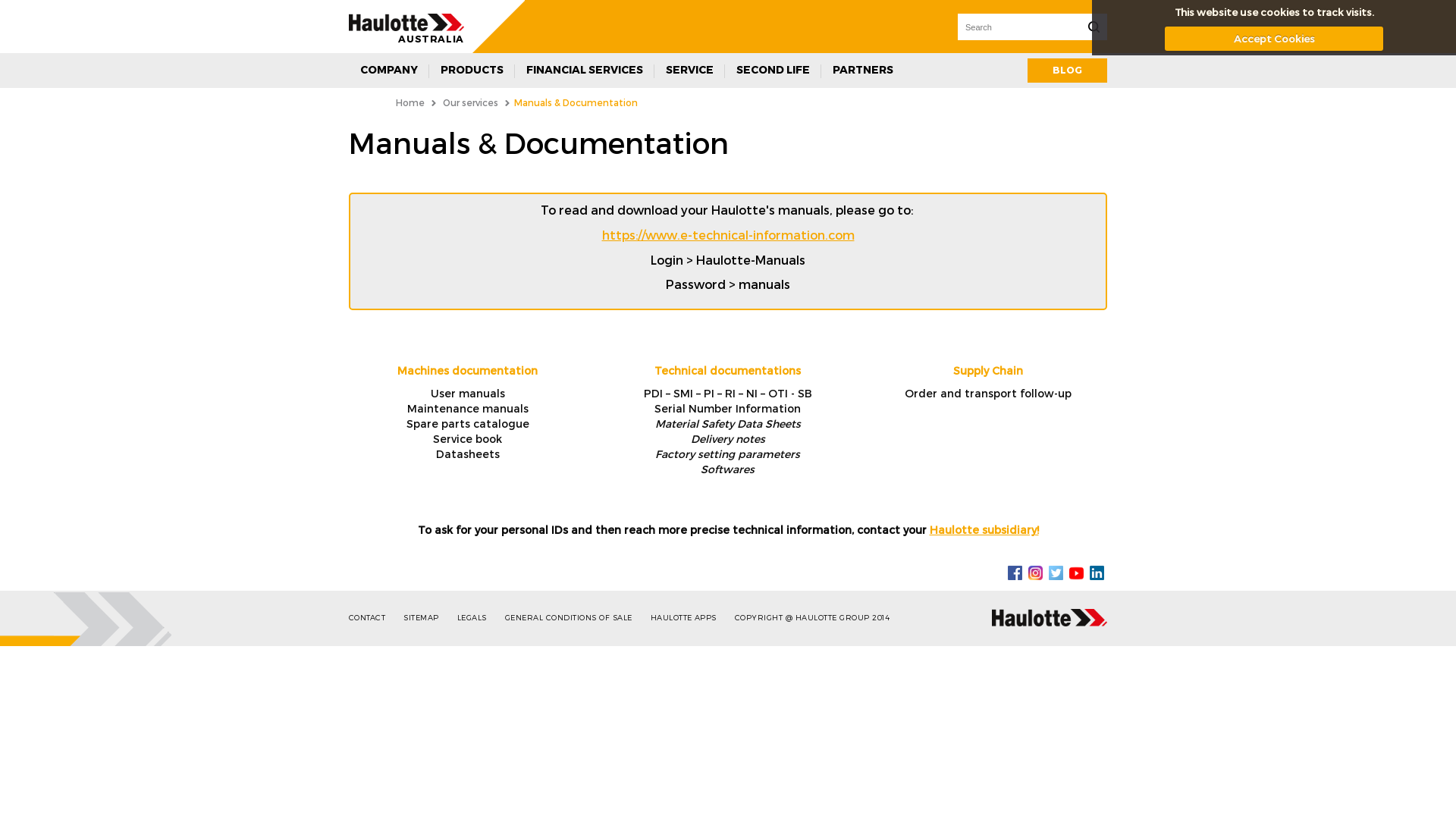 The height and width of the screenshot is (819, 1456). Describe the element at coordinates (689, 70) in the screenshot. I see `'SERVICE'` at that location.